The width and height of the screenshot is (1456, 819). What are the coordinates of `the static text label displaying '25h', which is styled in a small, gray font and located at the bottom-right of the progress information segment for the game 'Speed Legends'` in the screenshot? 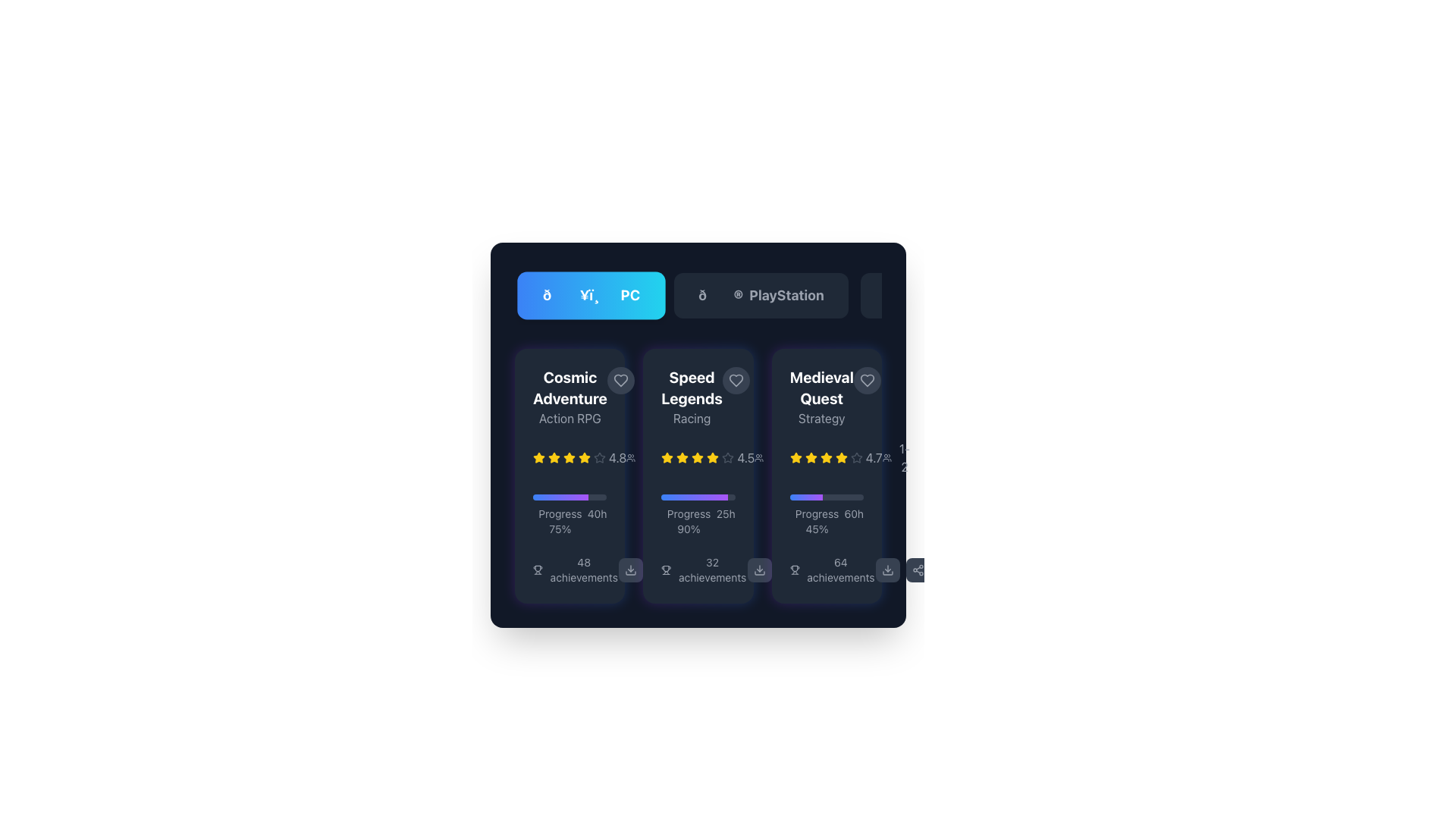 It's located at (725, 520).